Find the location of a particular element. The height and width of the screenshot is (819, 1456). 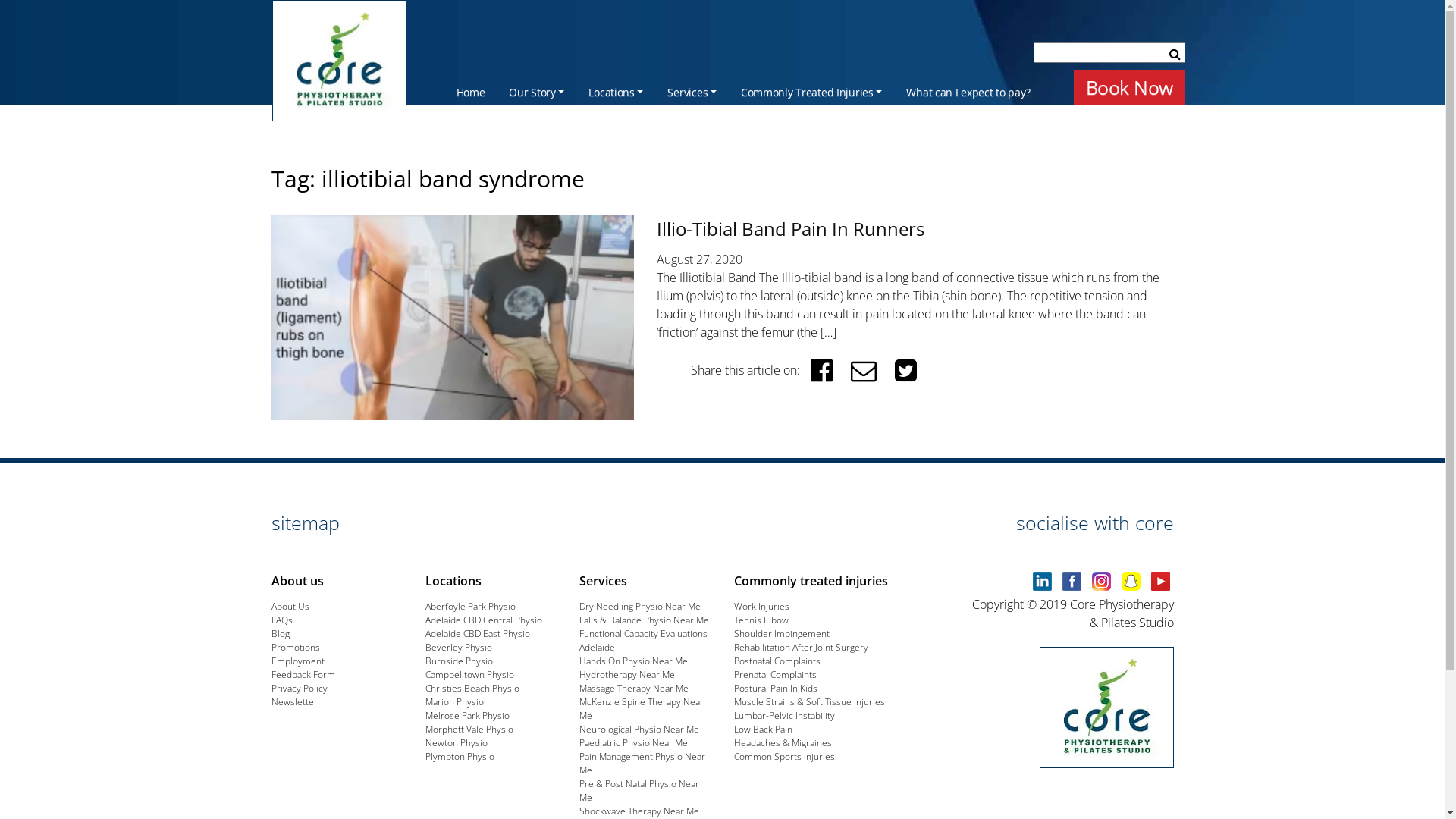

'Rehabilitation After Joint Surgery' is located at coordinates (734, 647).